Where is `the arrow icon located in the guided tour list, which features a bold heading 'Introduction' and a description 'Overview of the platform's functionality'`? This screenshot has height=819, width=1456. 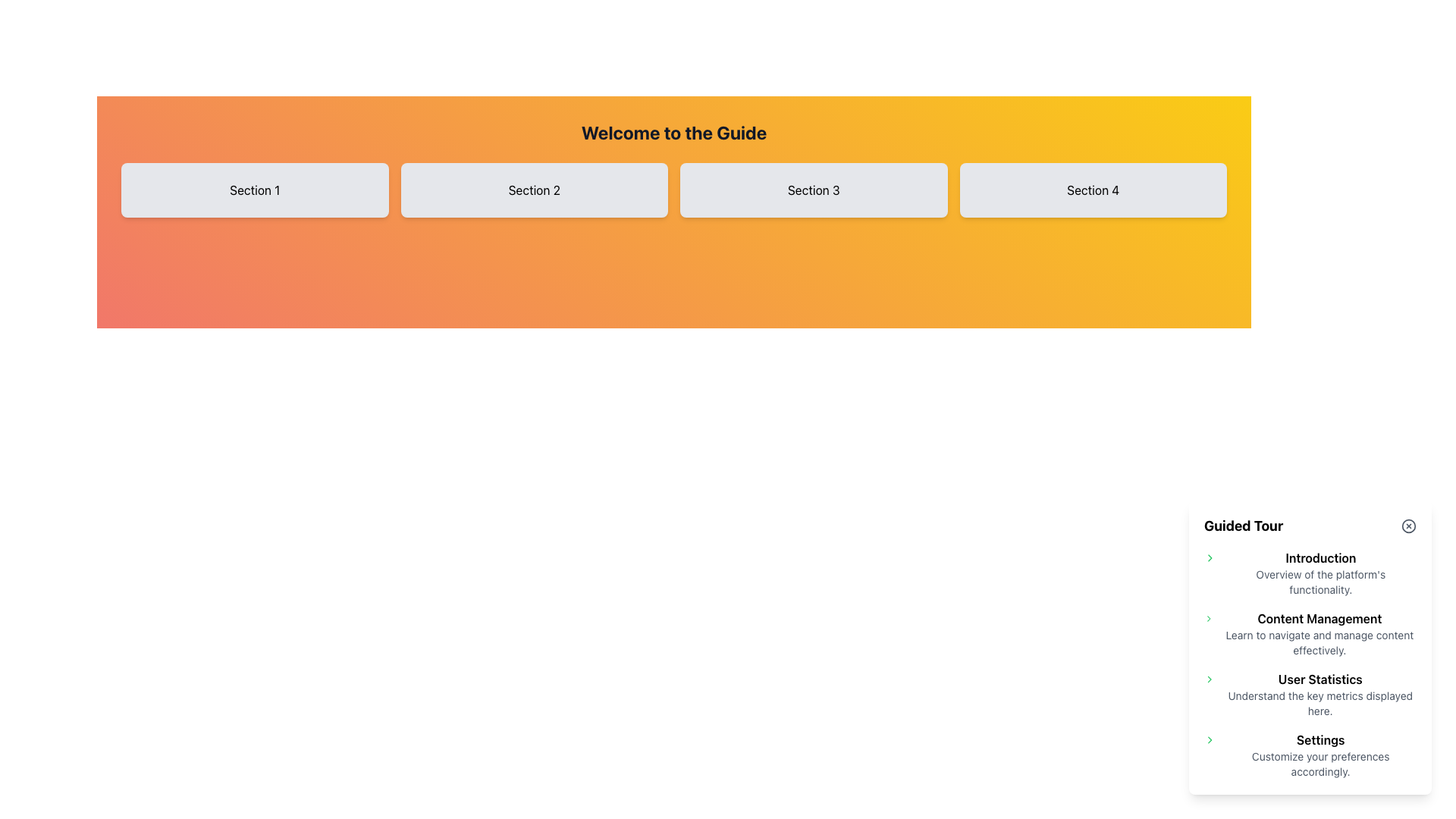
the arrow icon located in the guided tour list, which features a bold heading 'Introduction' and a description 'Overview of the platform's functionality' is located at coordinates (1310, 573).